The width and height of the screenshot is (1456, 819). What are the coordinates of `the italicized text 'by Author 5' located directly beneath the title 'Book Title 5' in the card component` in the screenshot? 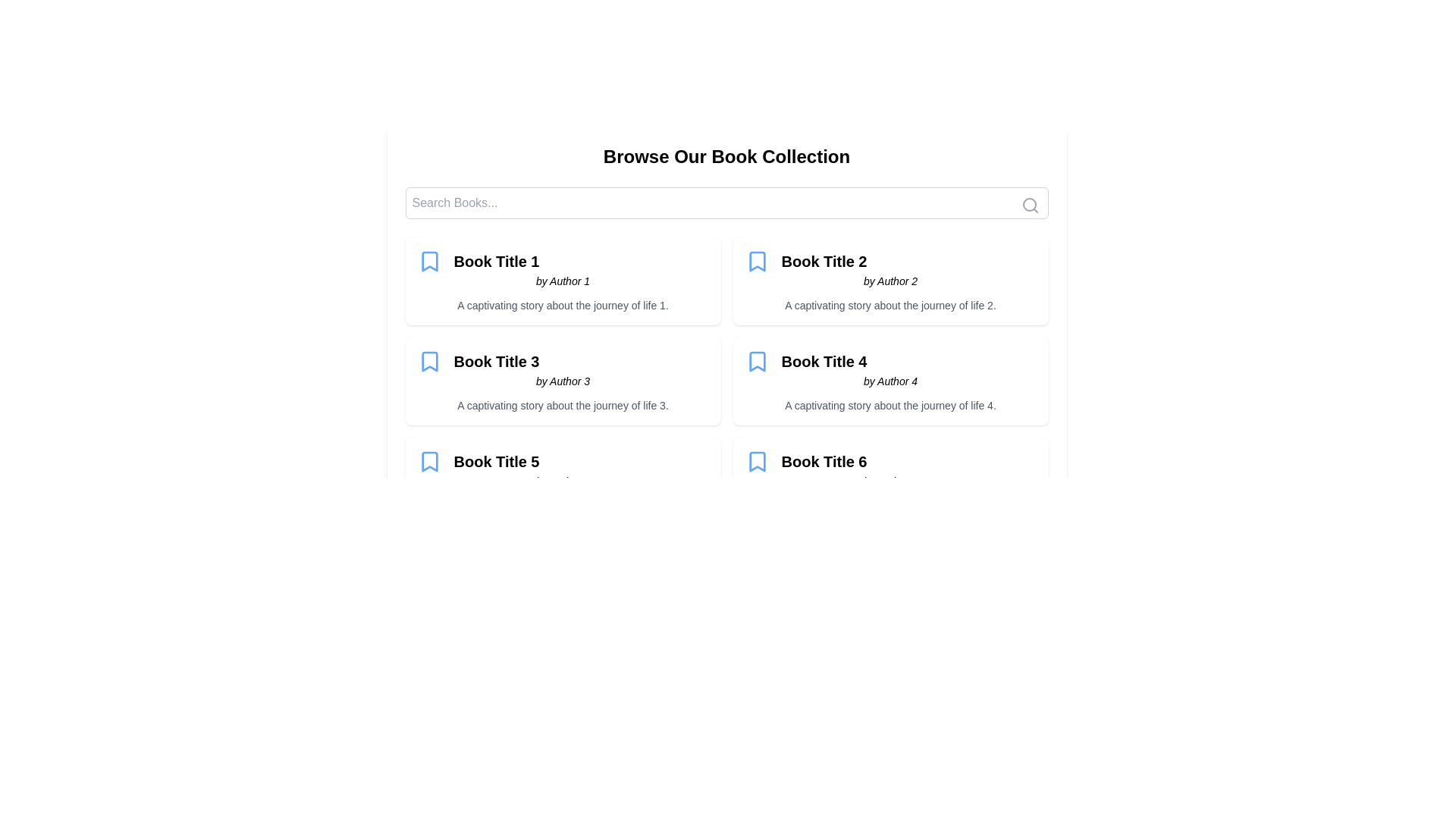 It's located at (562, 482).